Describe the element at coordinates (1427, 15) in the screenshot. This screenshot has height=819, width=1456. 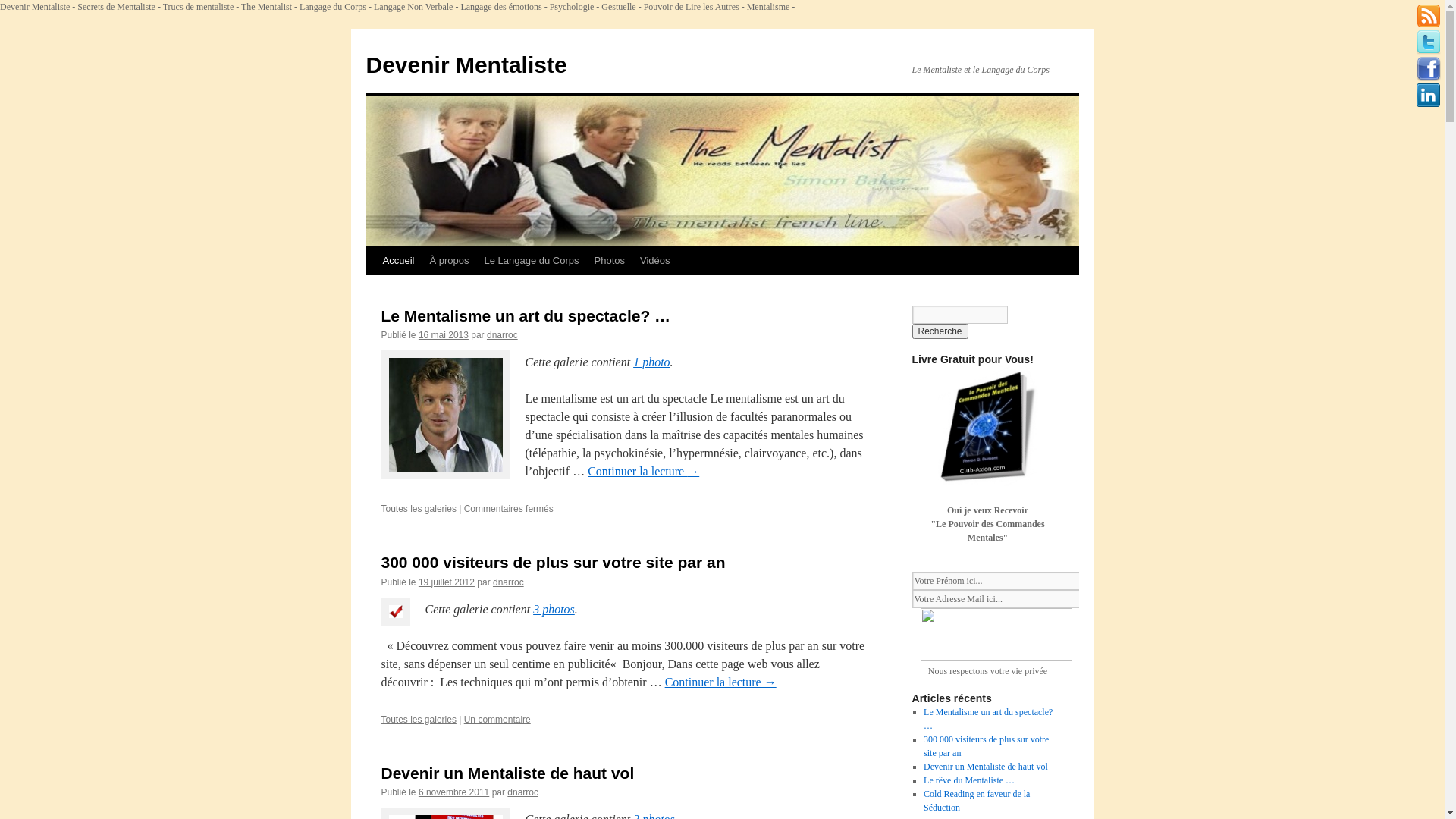
I see `'Rss Feed'` at that location.